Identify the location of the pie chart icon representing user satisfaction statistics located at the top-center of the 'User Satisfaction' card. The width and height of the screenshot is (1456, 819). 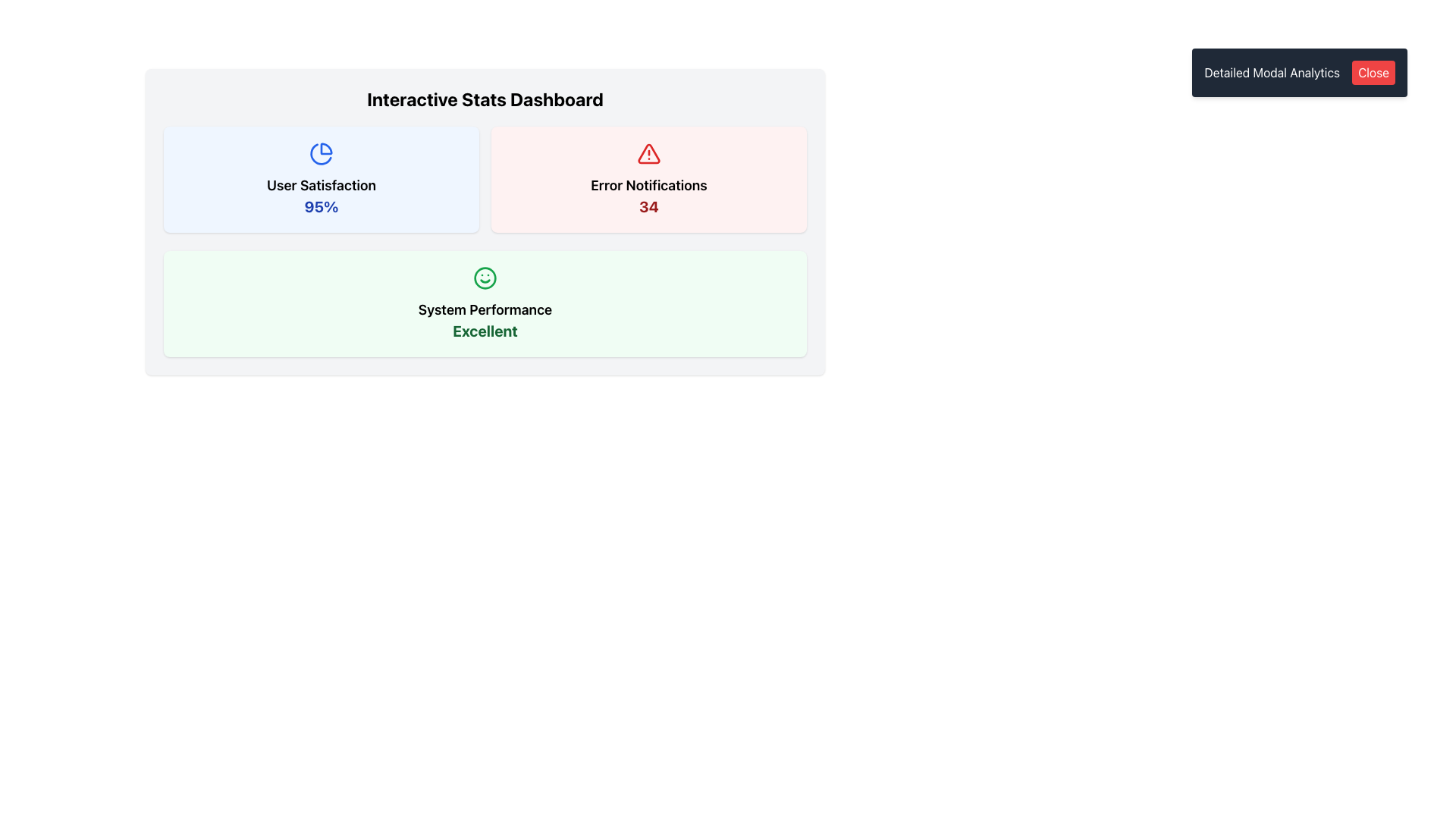
(320, 154).